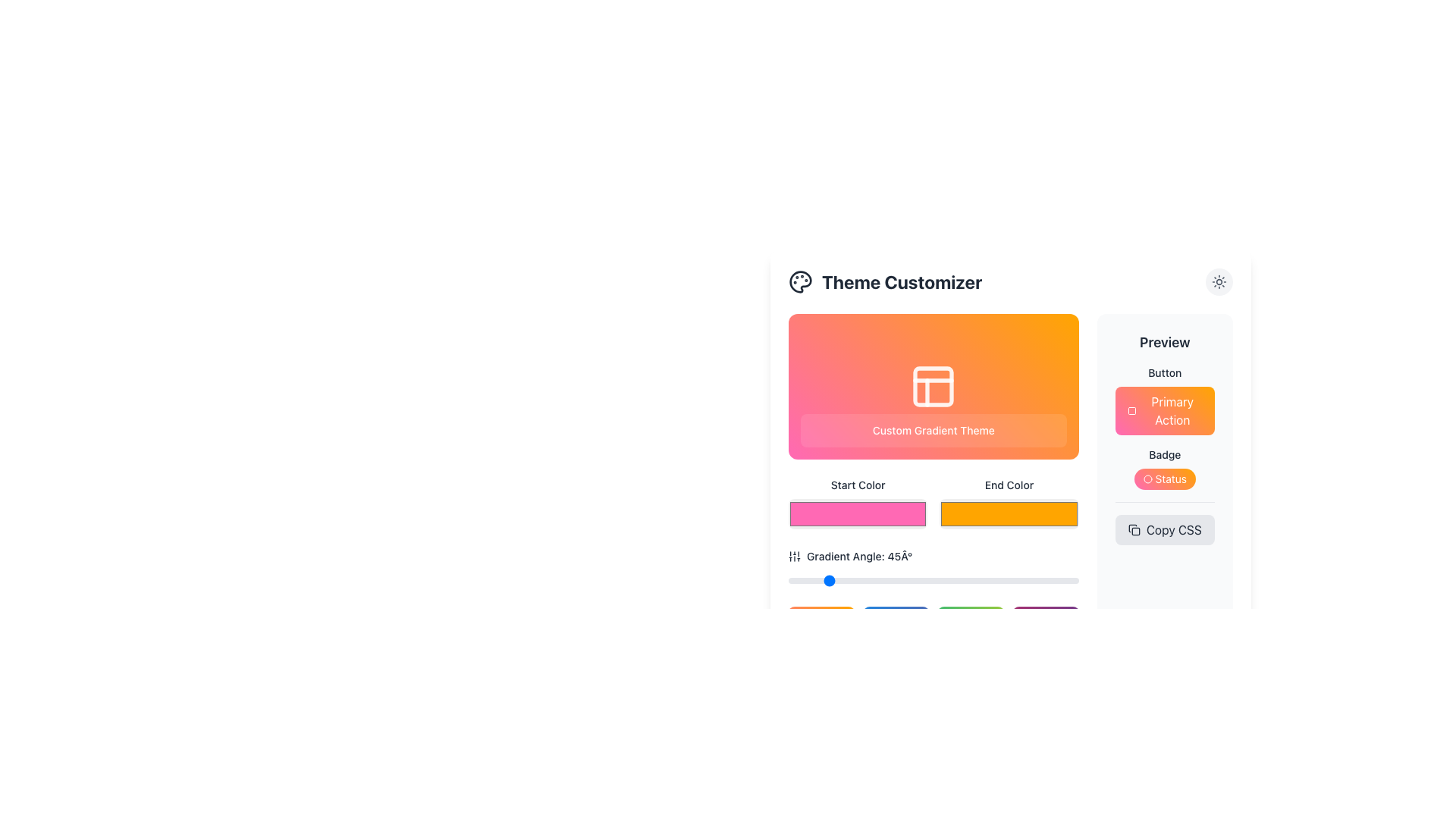 The height and width of the screenshot is (819, 1456). What do you see at coordinates (793, 556) in the screenshot?
I see `the settings slider icon located near the top-left corner inside the 'Gradient Angle: 45°' section header for reference` at bounding box center [793, 556].